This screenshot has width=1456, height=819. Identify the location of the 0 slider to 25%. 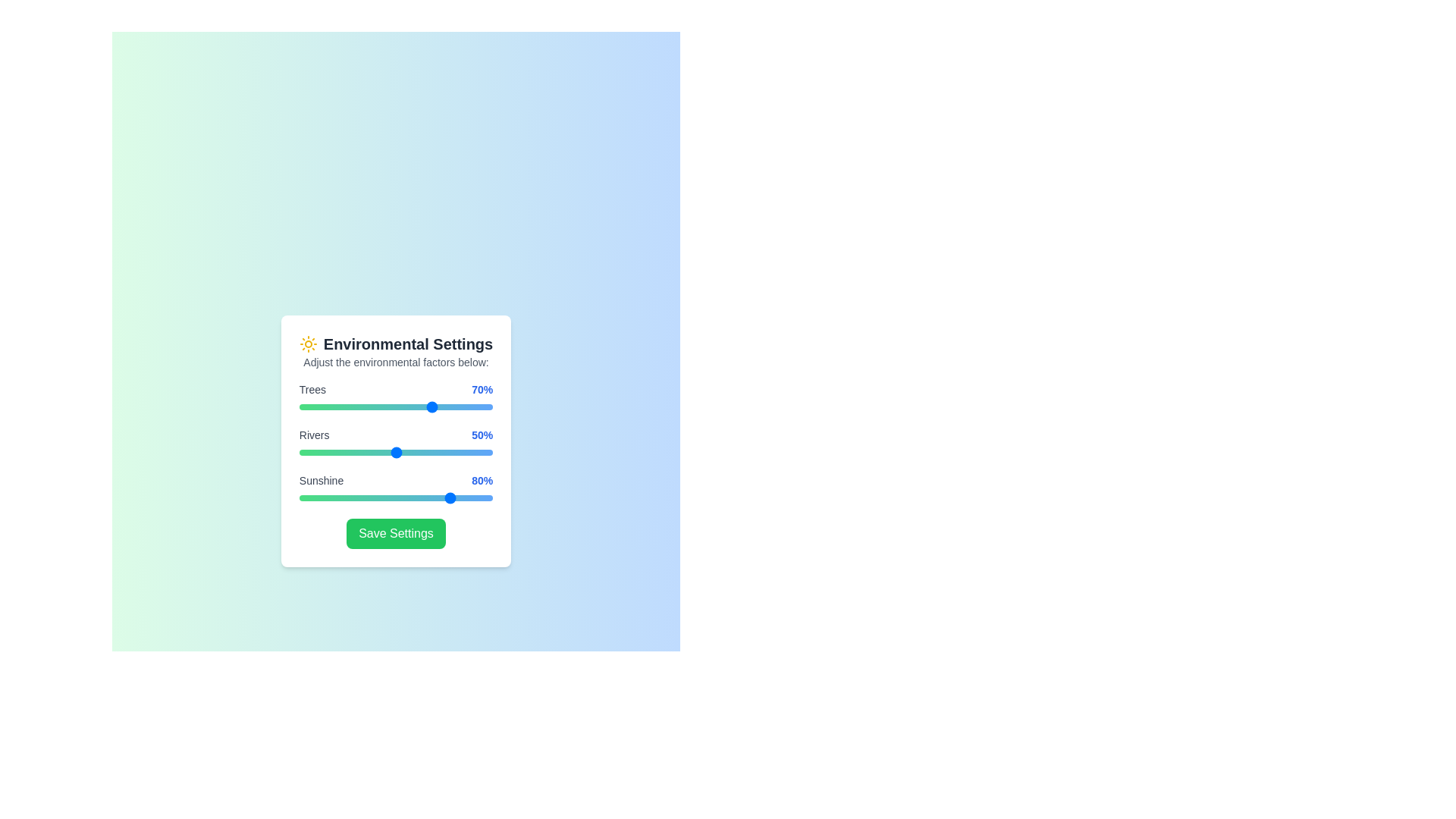
(347, 406).